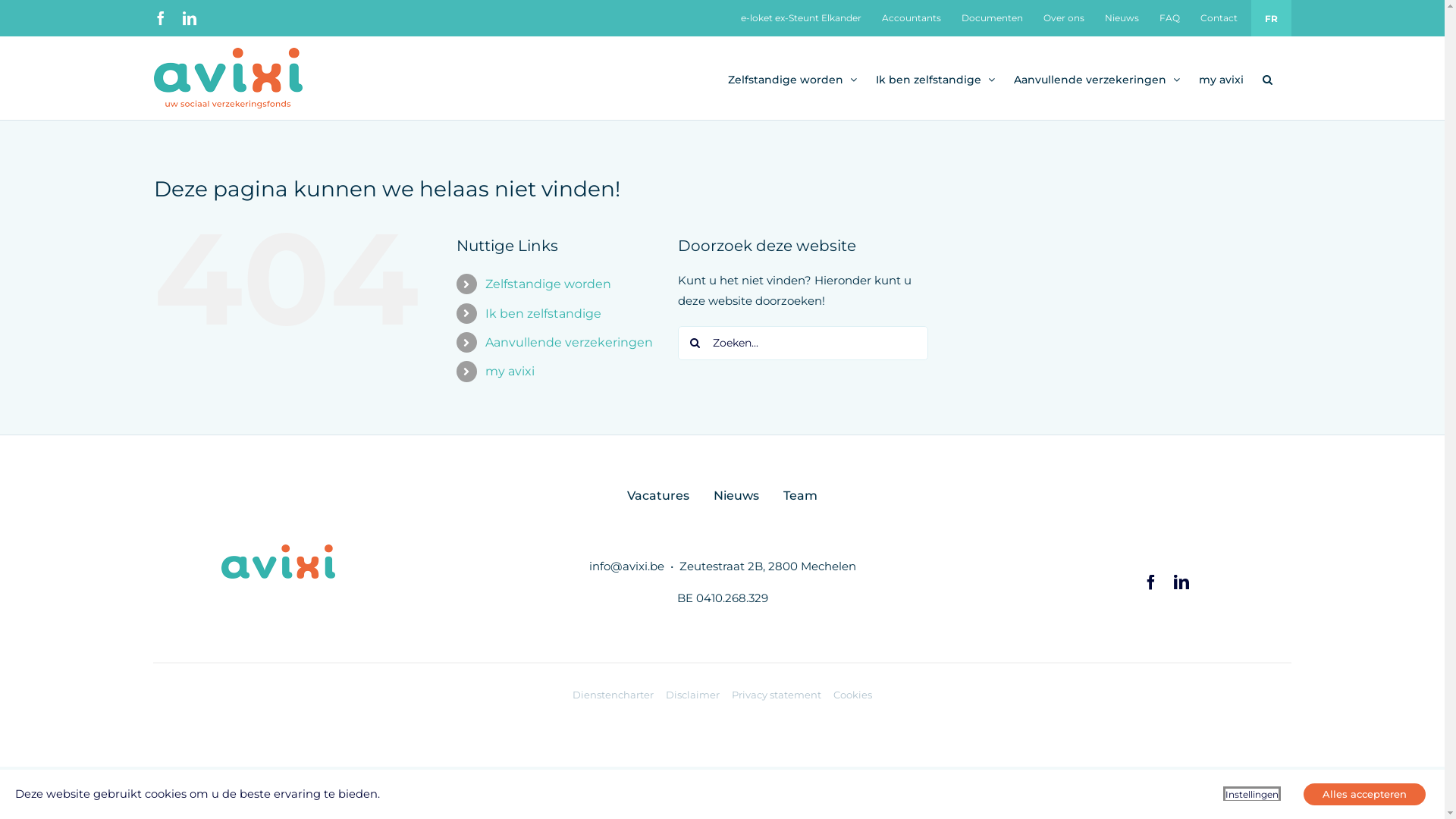 The image size is (1456, 819). Describe the element at coordinates (1062, 17) in the screenshot. I see `'Over ons'` at that location.